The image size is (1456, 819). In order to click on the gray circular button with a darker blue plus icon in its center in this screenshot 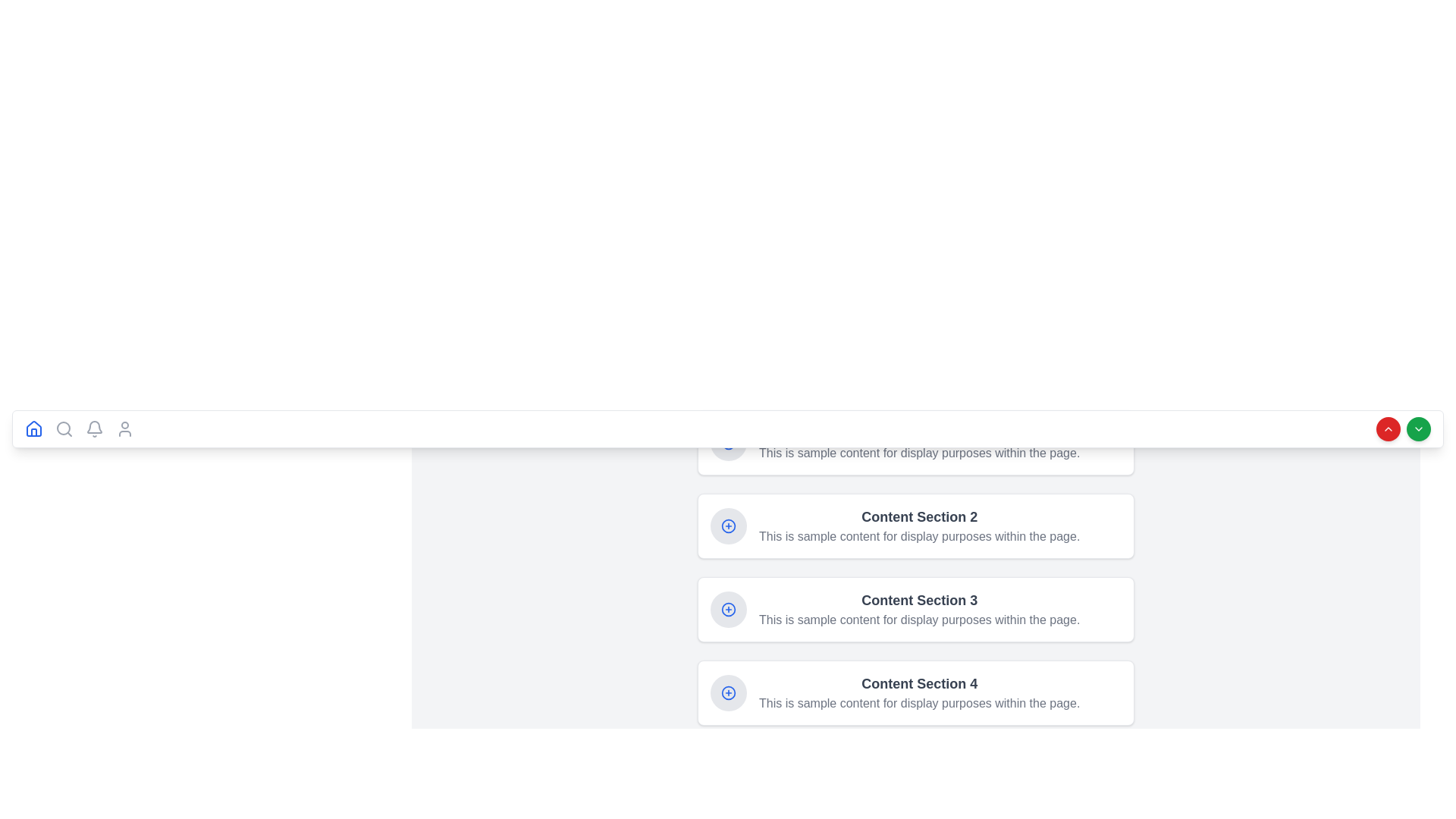, I will do `click(728, 442)`.